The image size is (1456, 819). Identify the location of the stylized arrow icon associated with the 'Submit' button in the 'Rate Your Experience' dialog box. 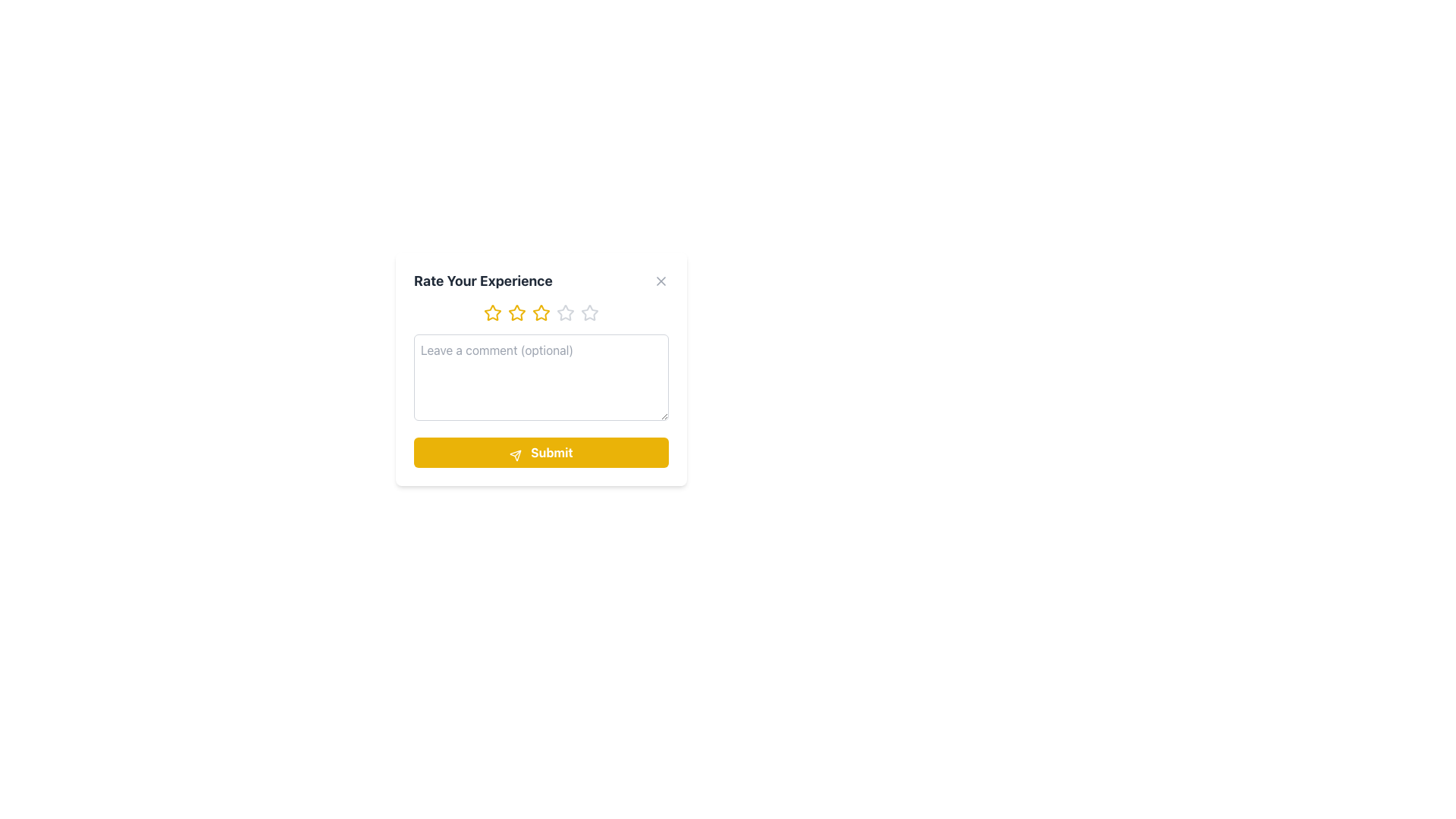
(516, 455).